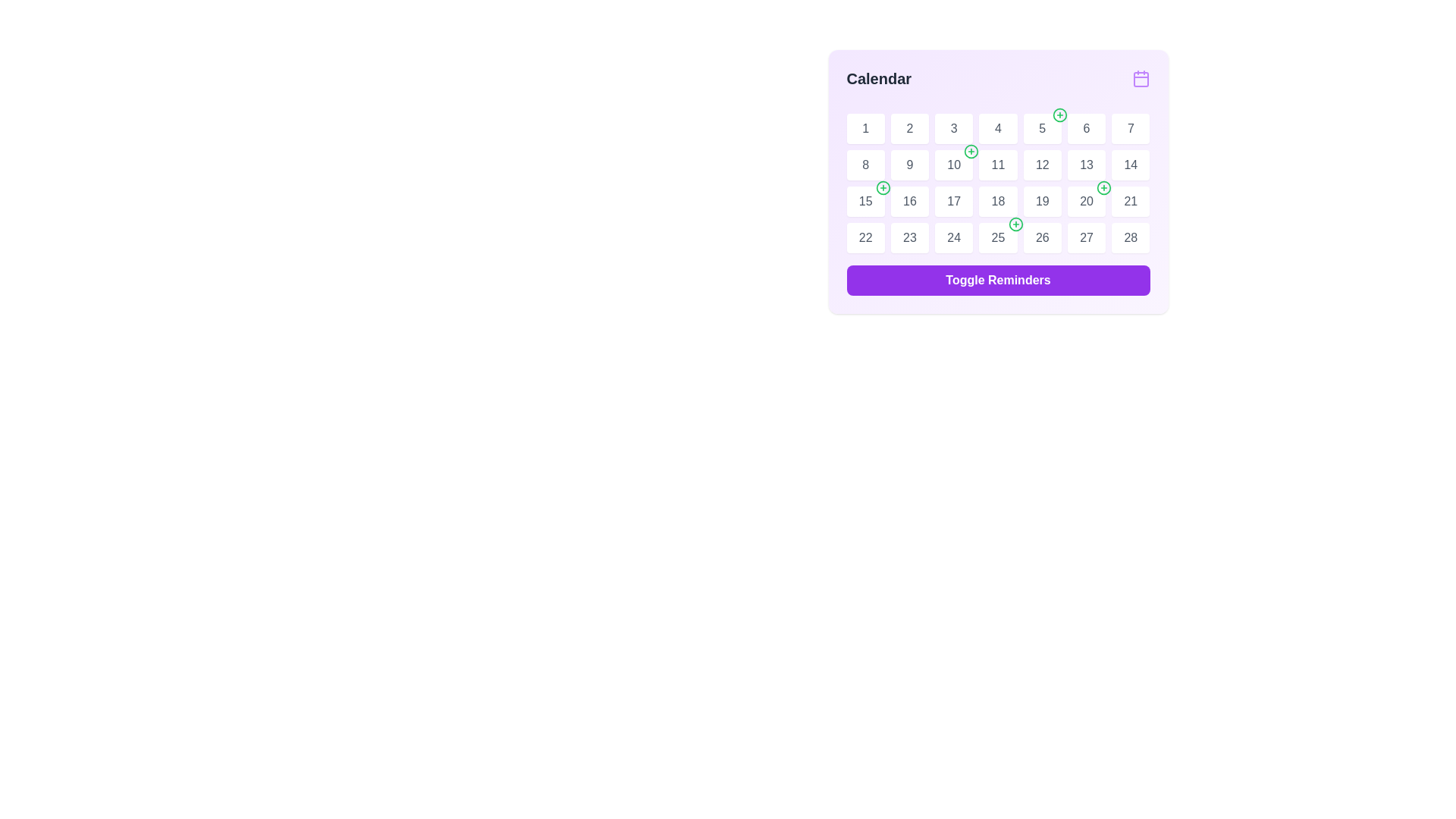 This screenshot has width=1456, height=819. What do you see at coordinates (998, 237) in the screenshot?
I see `the text label displaying '25' in gray, located in the second row and seventh column of the calendar view` at bounding box center [998, 237].